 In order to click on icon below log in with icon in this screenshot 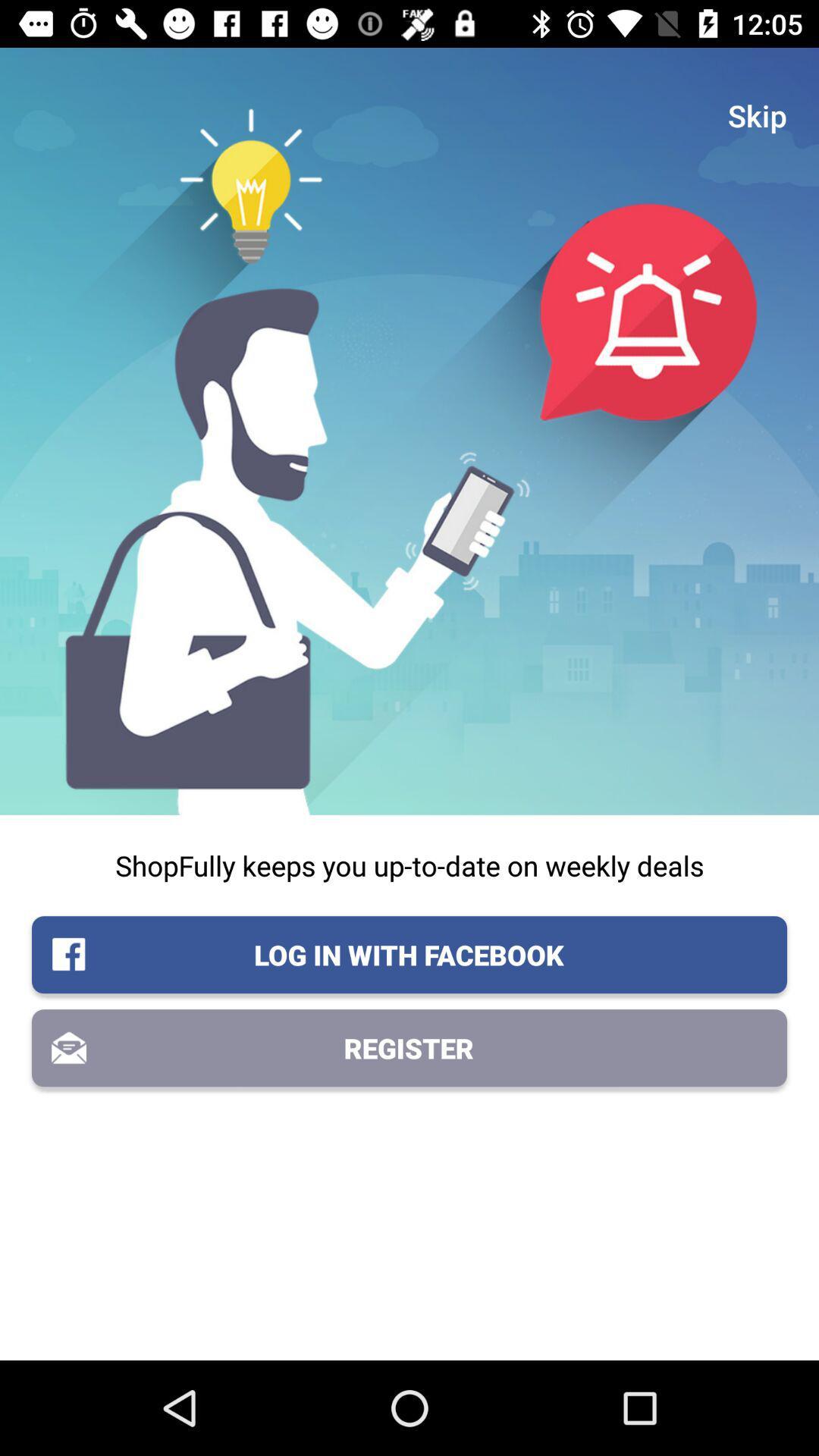, I will do `click(409, 1047)`.